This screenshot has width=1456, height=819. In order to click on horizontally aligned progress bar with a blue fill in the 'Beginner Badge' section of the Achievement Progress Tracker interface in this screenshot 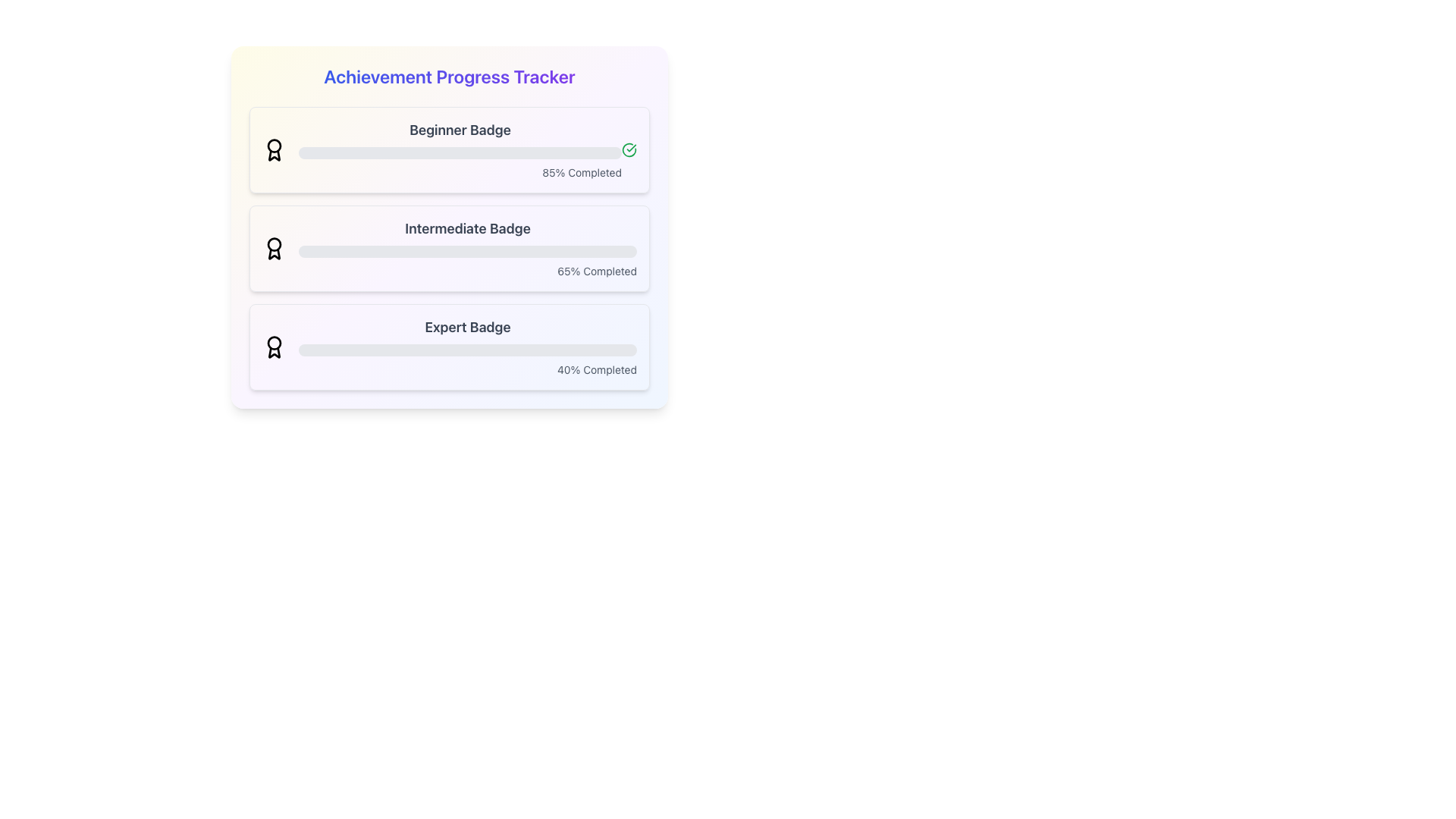, I will do `click(435, 152)`.